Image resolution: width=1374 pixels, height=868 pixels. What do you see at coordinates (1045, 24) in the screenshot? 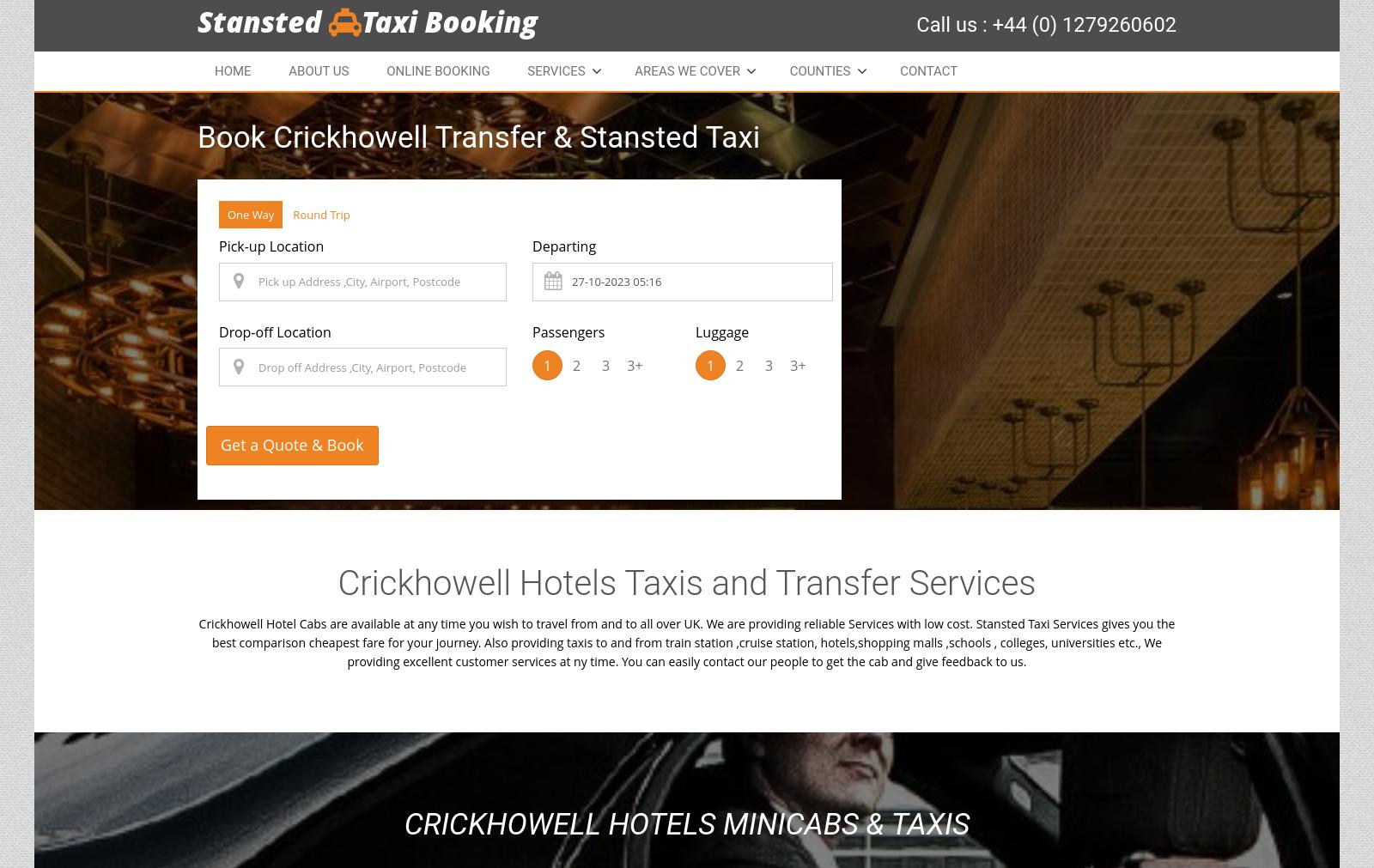
I see `'Call us : +44 (0) 1279260602'` at bounding box center [1045, 24].